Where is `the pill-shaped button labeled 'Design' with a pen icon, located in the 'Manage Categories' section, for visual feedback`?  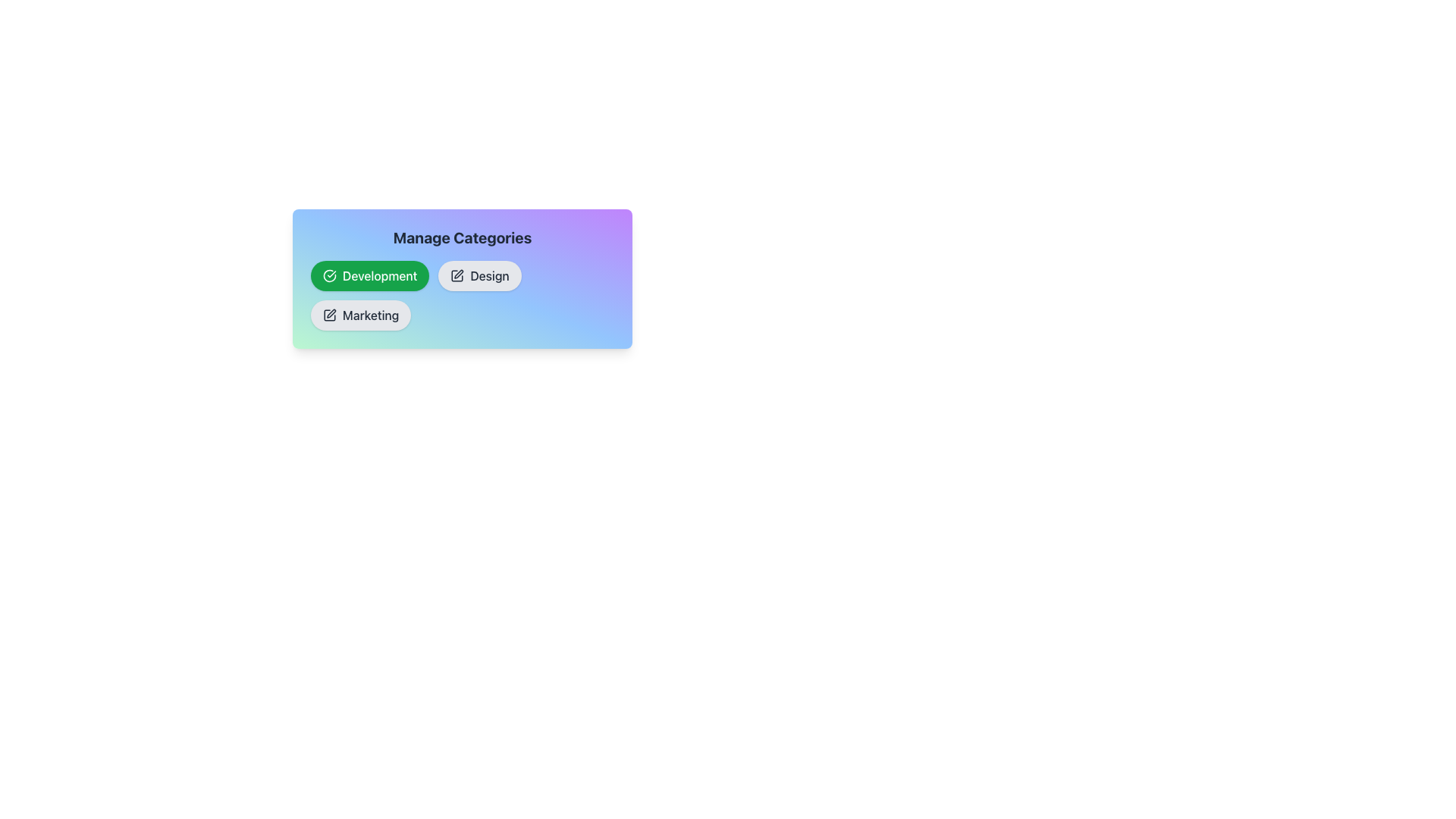
the pill-shaped button labeled 'Design' with a pen icon, located in the 'Manage Categories' section, for visual feedback is located at coordinates (479, 275).